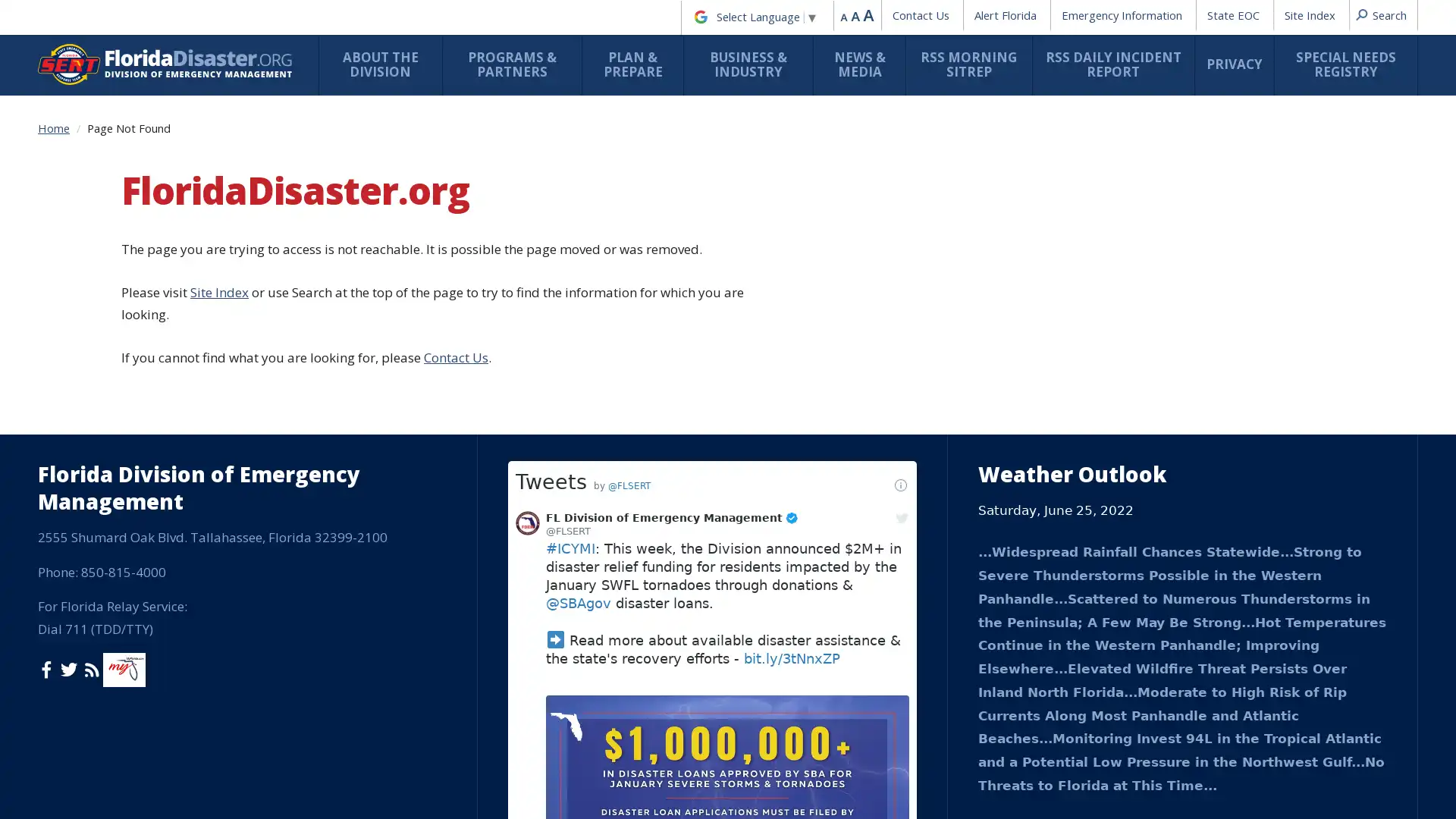  I want to click on Toggle More, so click(607, 390).